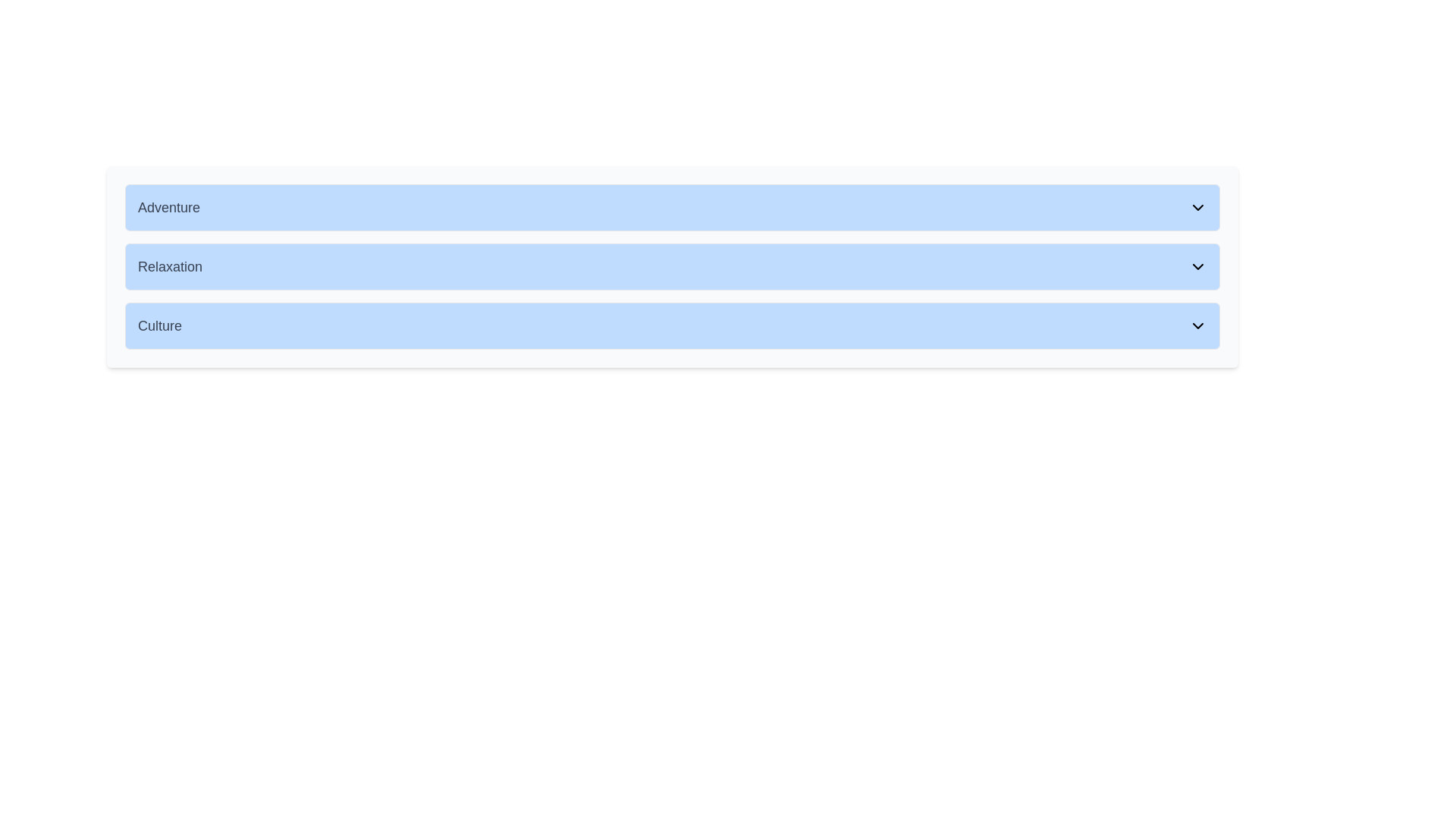 Image resolution: width=1456 pixels, height=819 pixels. Describe the element at coordinates (1197, 325) in the screenshot. I see `the downward chevron-style Dropdown Indicator Icon located on the right end of the 'Culture' section` at that location.